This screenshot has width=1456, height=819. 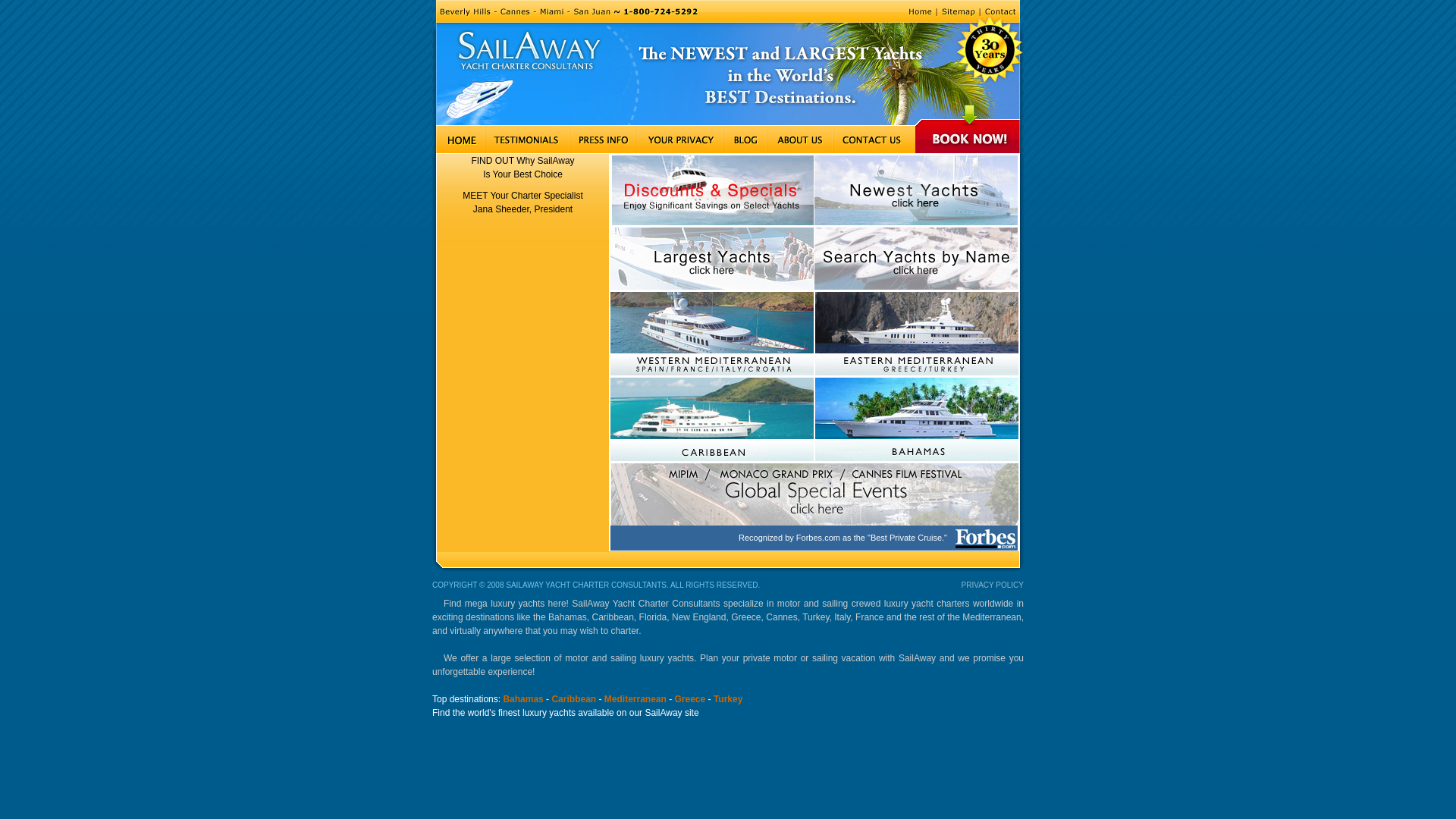 What do you see at coordinates (915, 257) in the screenshot?
I see `'Search Yachts by Name'` at bounding box center [915, 257].